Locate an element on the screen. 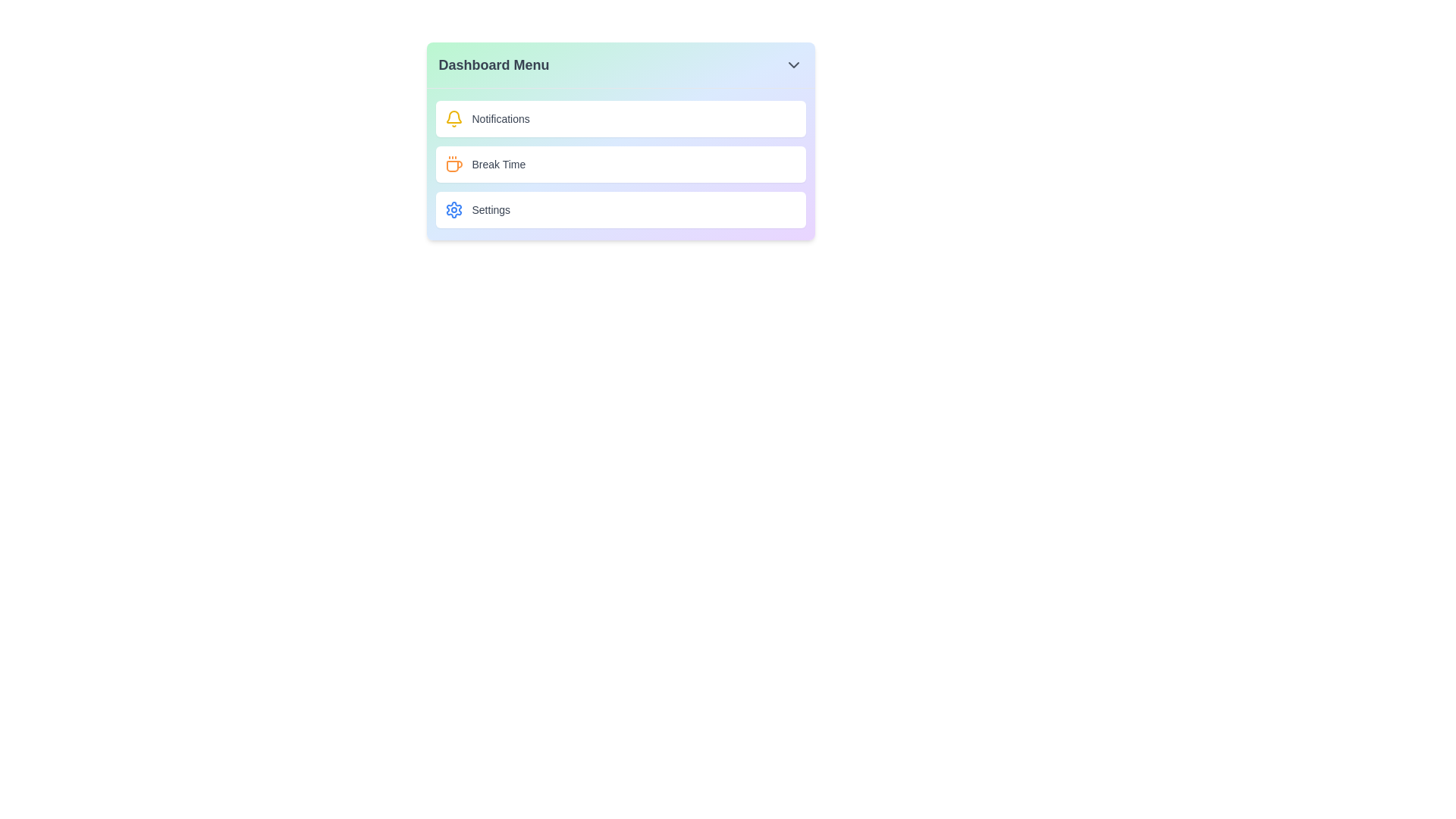  the static text label that indicates the purpose of the second menu option, which is aligned next to an orange icon on the left is located at coordinates (498, 164).